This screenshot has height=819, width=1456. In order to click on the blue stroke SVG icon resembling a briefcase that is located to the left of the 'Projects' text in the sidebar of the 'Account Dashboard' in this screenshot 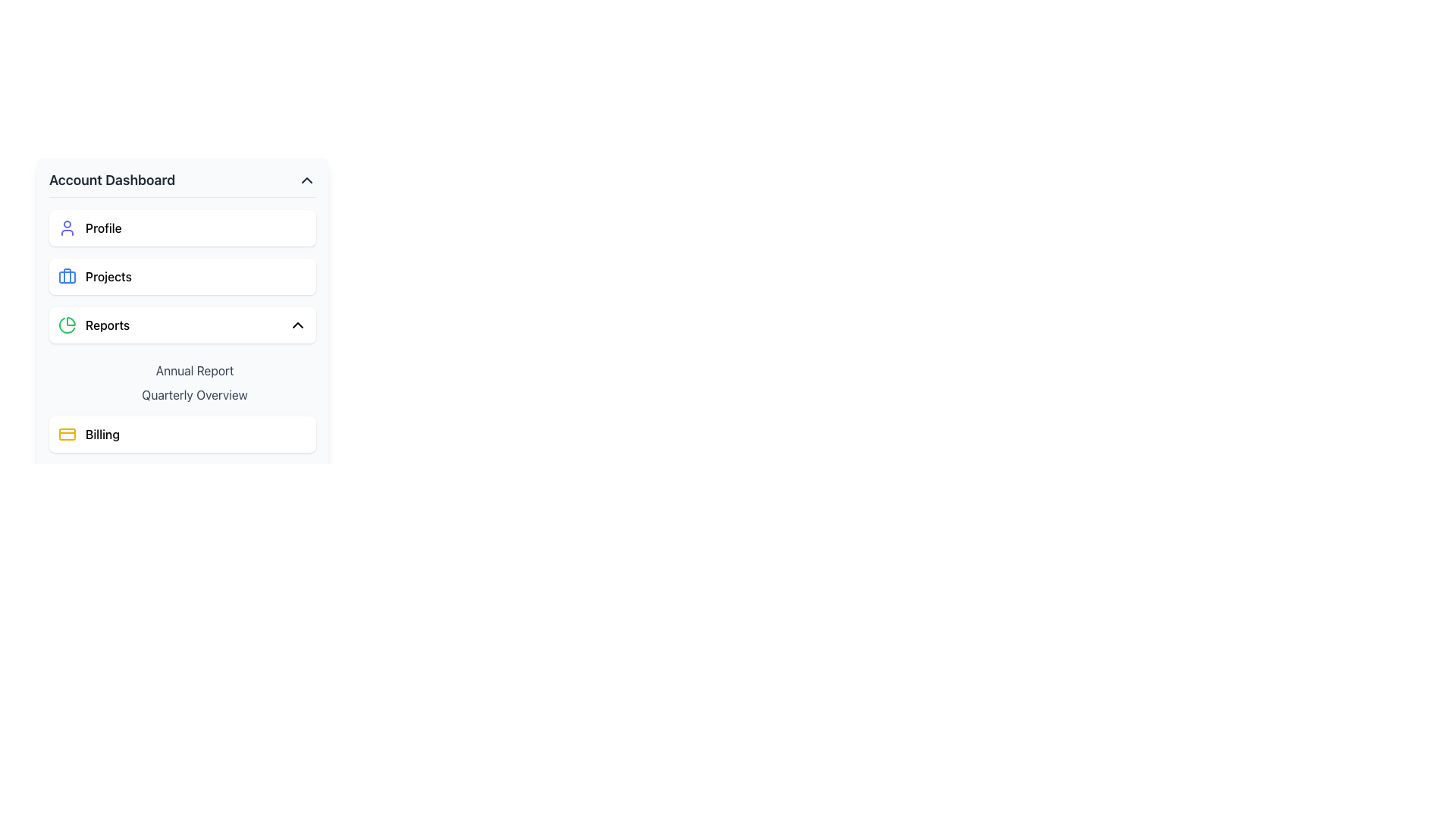, I will do `click(67, 277)`.